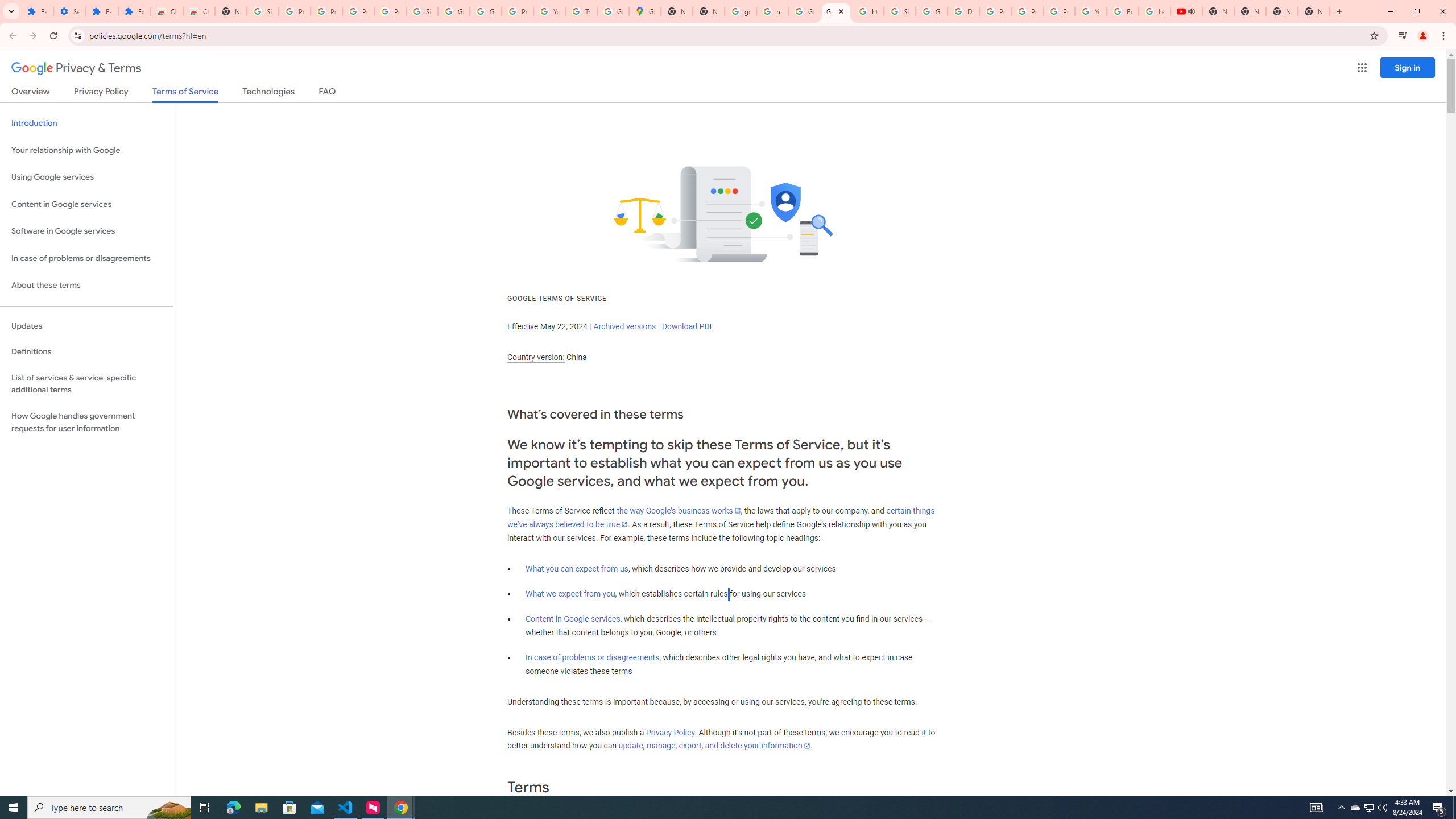  Describe the element at coordinates (167, 11) in the screenshot. I see `'Chrome Web Store'` at that location.